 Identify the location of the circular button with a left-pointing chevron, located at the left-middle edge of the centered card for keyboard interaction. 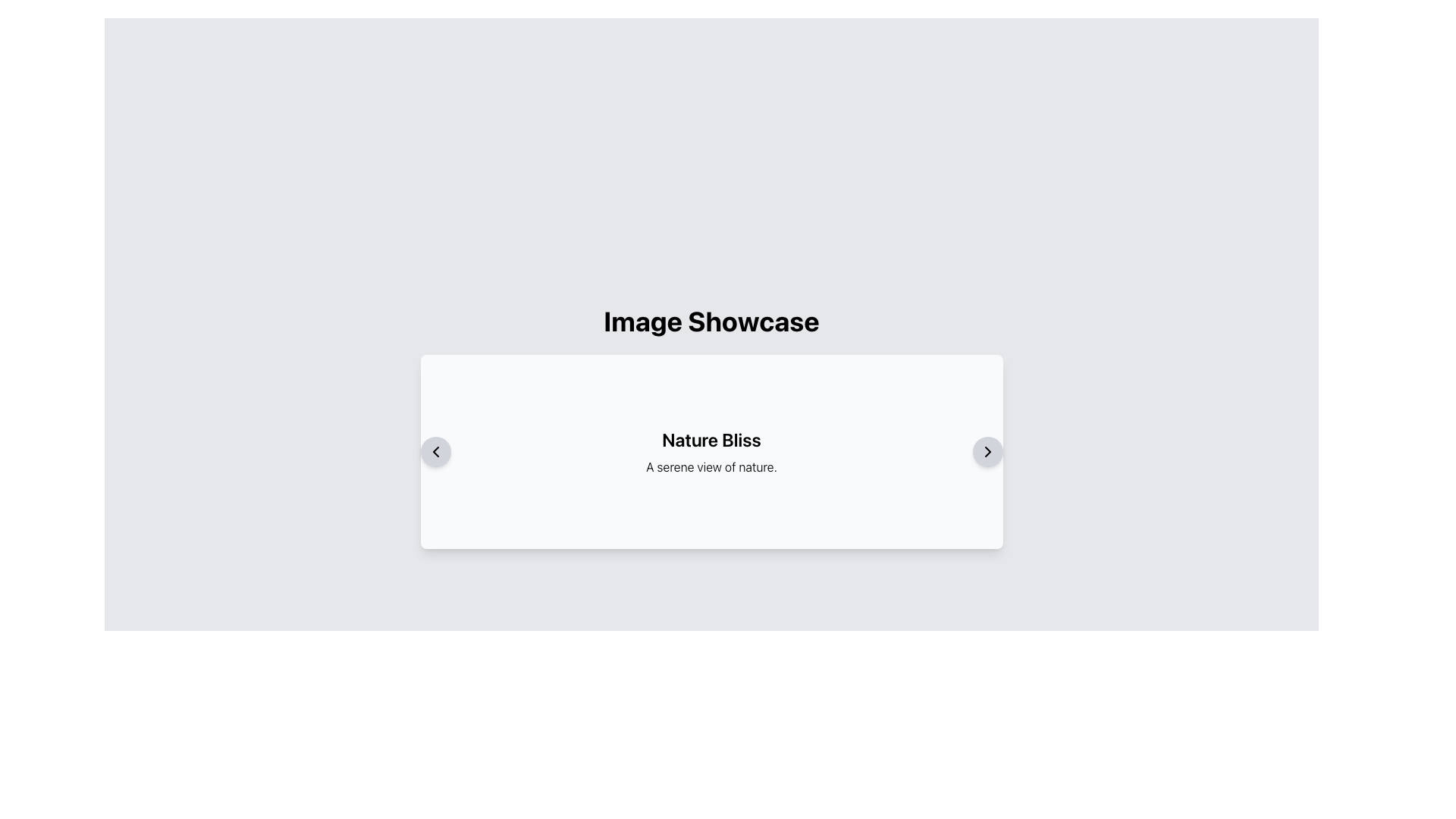
(435, 451).